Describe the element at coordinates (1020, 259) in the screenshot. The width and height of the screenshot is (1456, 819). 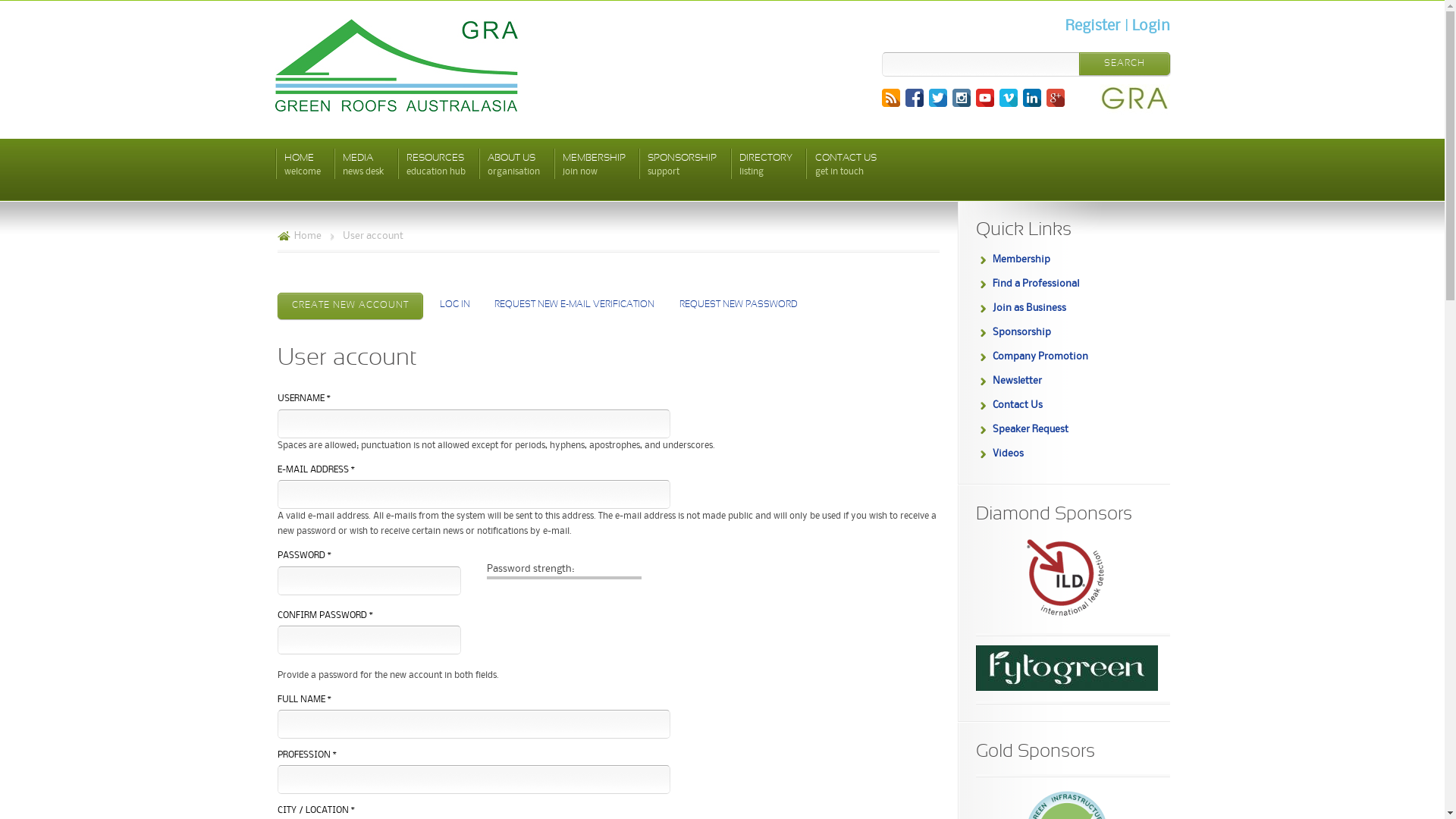
I see `'Membership'` at that location.